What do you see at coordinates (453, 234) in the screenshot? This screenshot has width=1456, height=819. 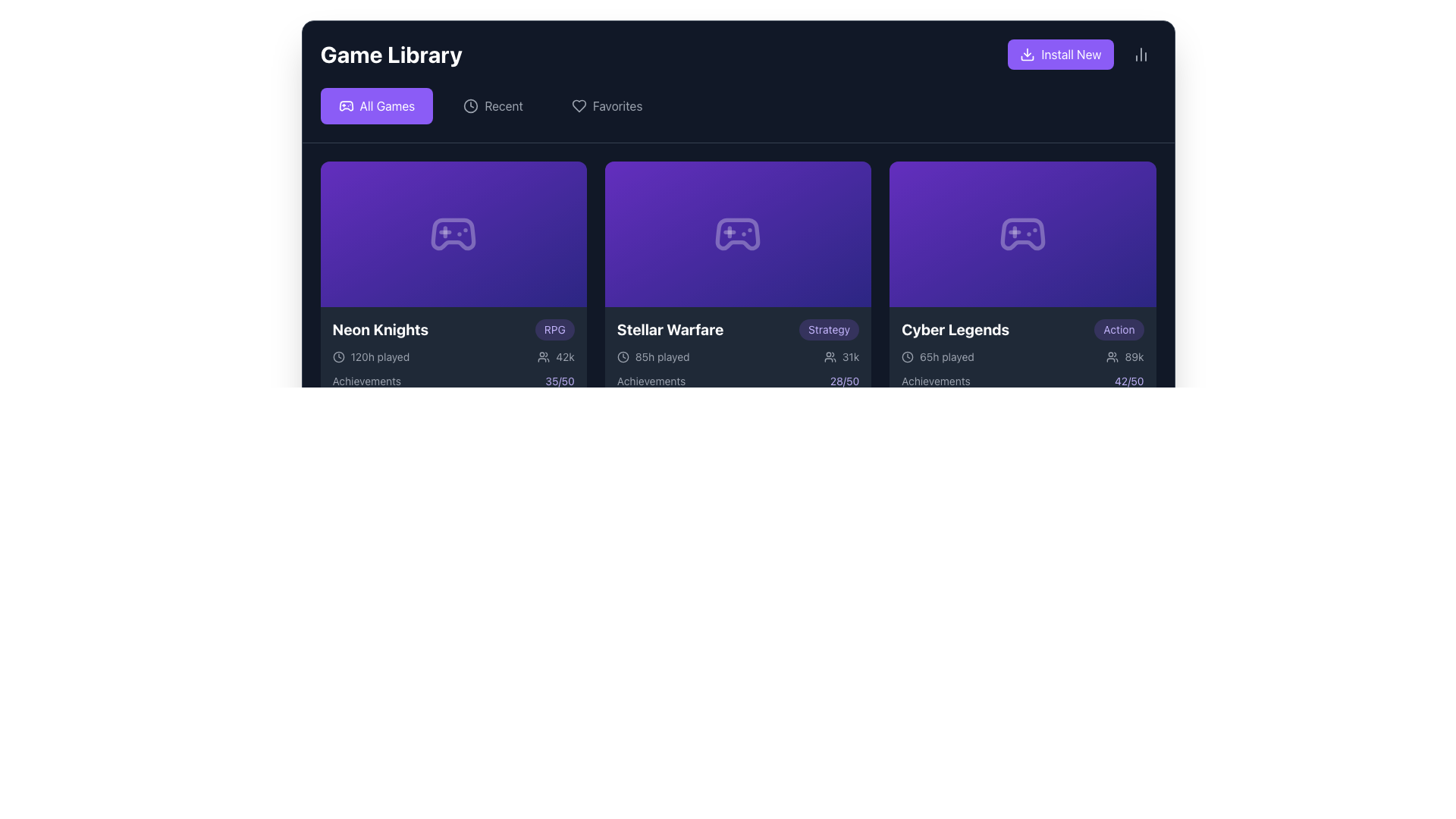 I see `the decorative icon in the first game card under the 'Game Library' section` at bounding box center [453, 234].